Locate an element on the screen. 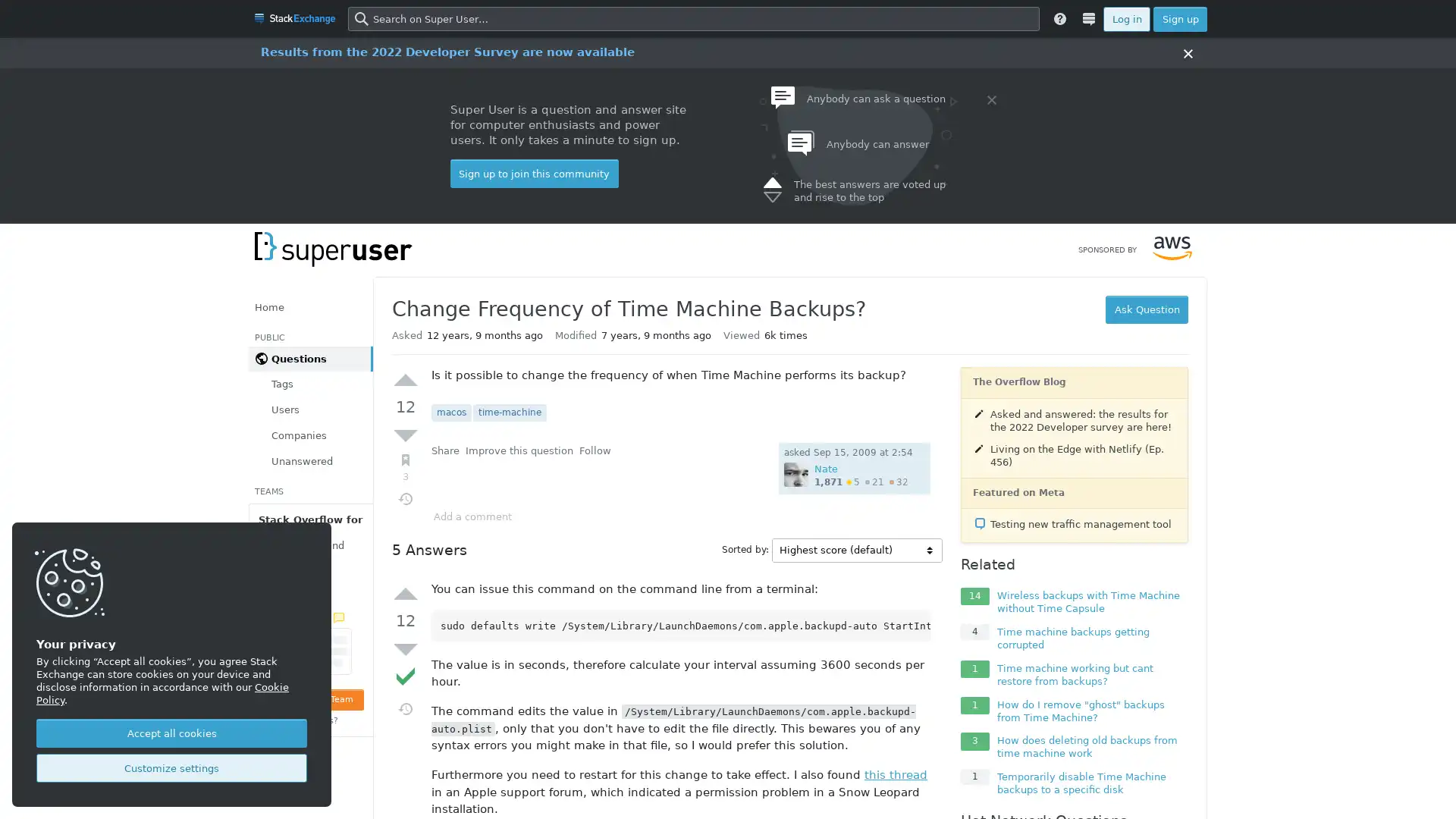 The height and width of the screenshot is (819, 1456). Accept all cookies is located at coordinates (171, 733).